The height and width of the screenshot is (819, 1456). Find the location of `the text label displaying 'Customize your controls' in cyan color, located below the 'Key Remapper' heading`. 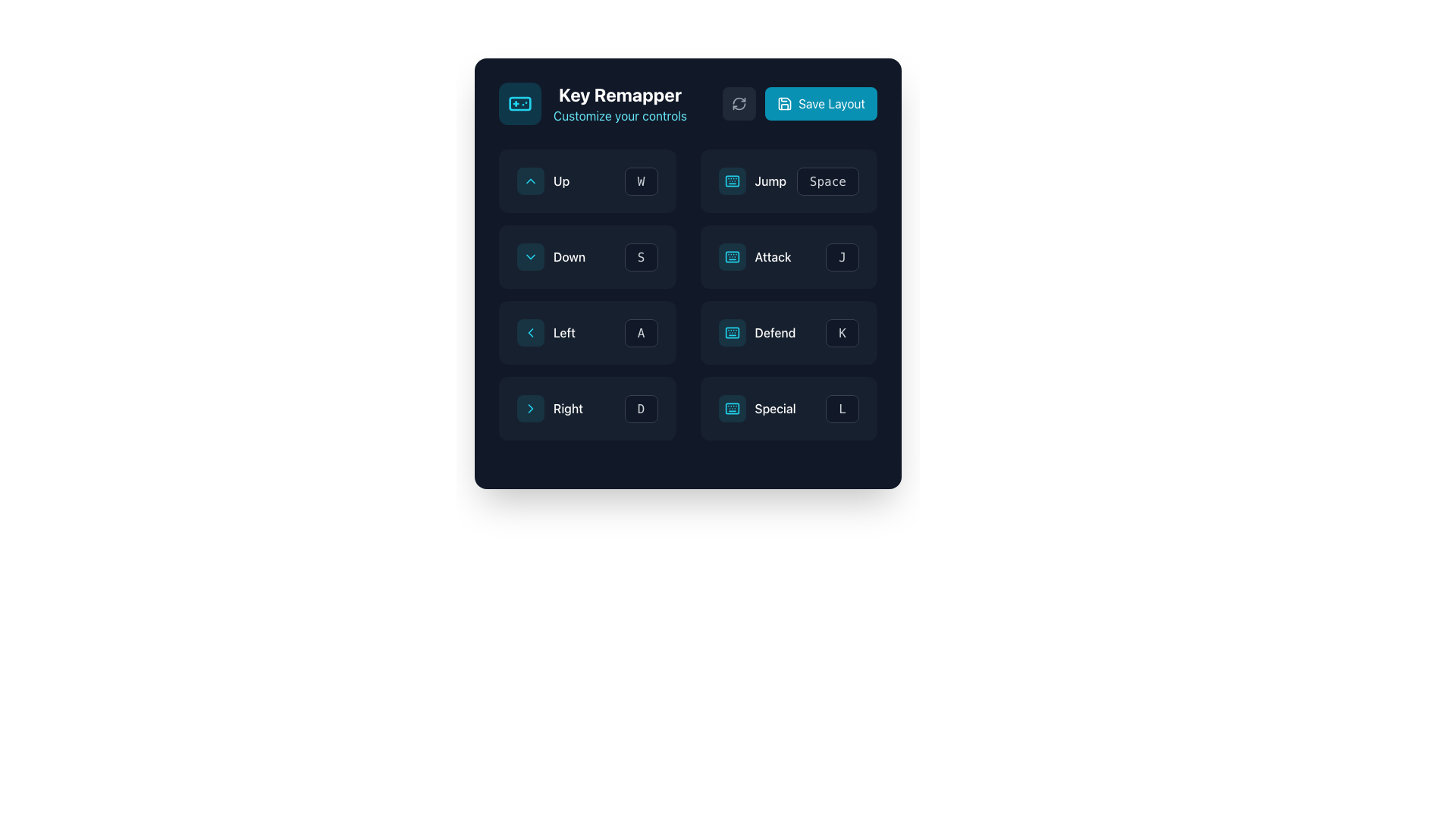

the text label displaying 'Customize your controls' in cyan color, located below the 'Key Remapper' heading is located at coordinates (620, 115).